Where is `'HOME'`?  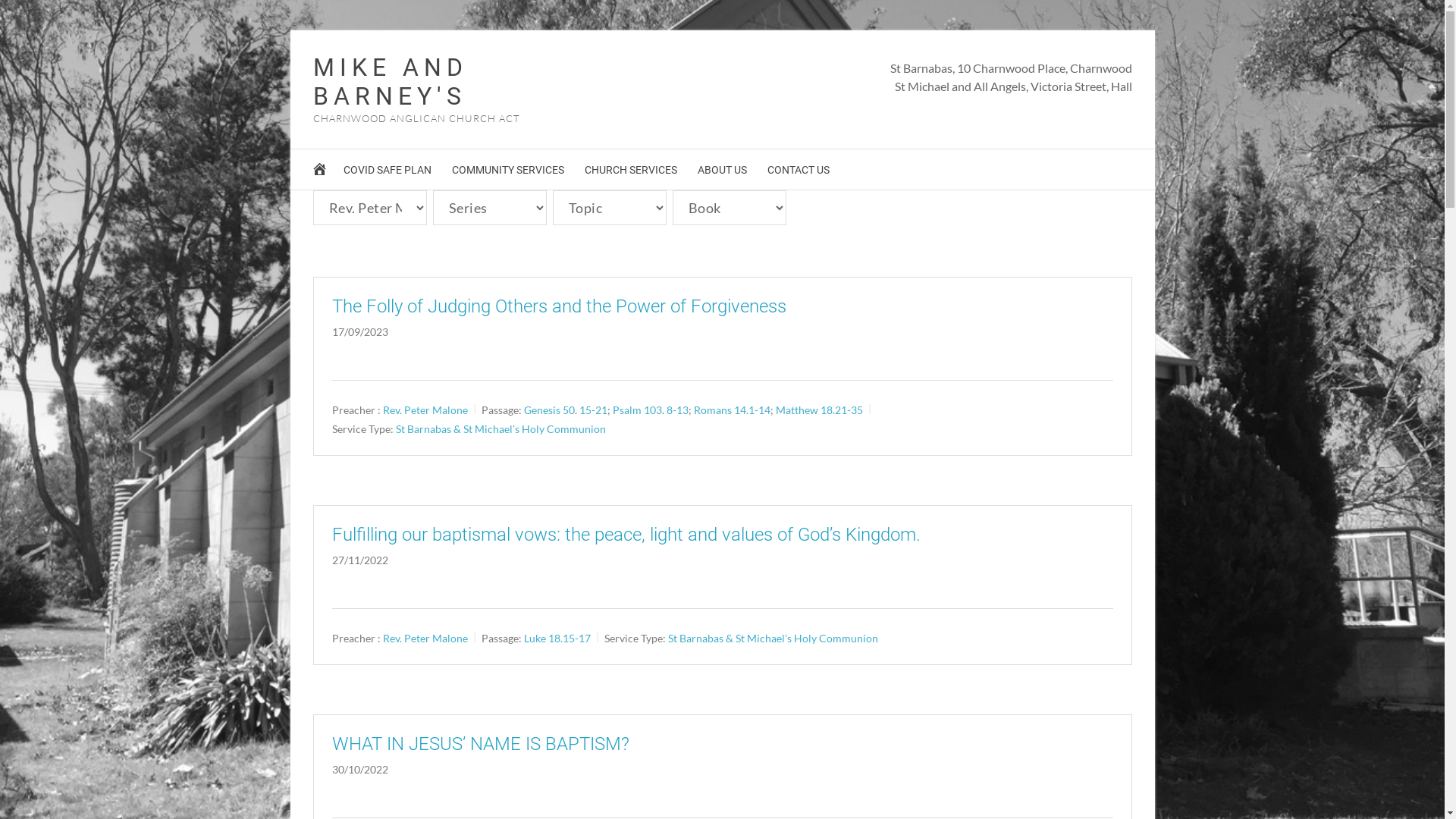
'HOME' is located at coordinates (321, 172).